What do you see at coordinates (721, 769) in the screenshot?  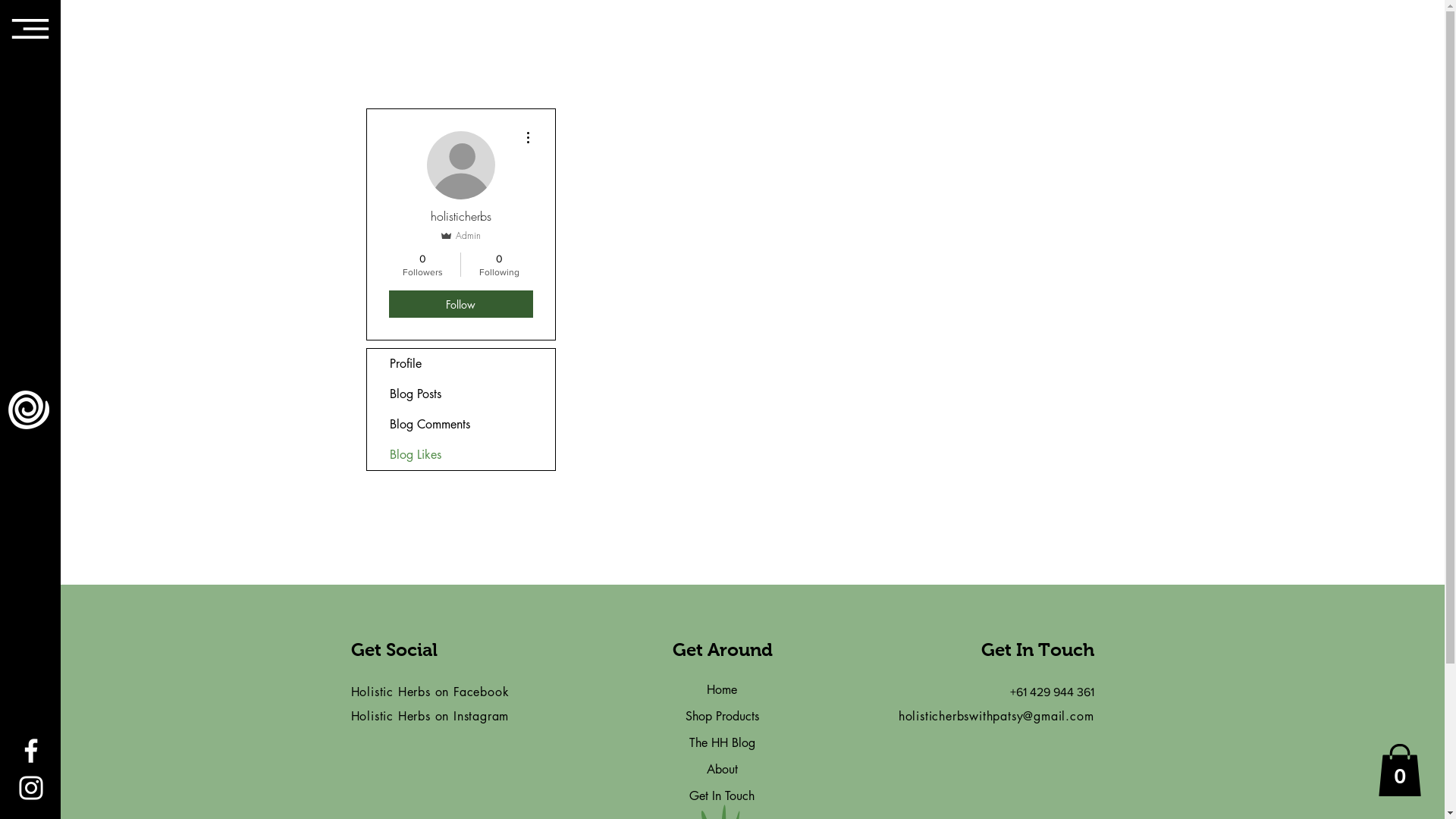 I see `'About'` at bounding box center [721, 769].